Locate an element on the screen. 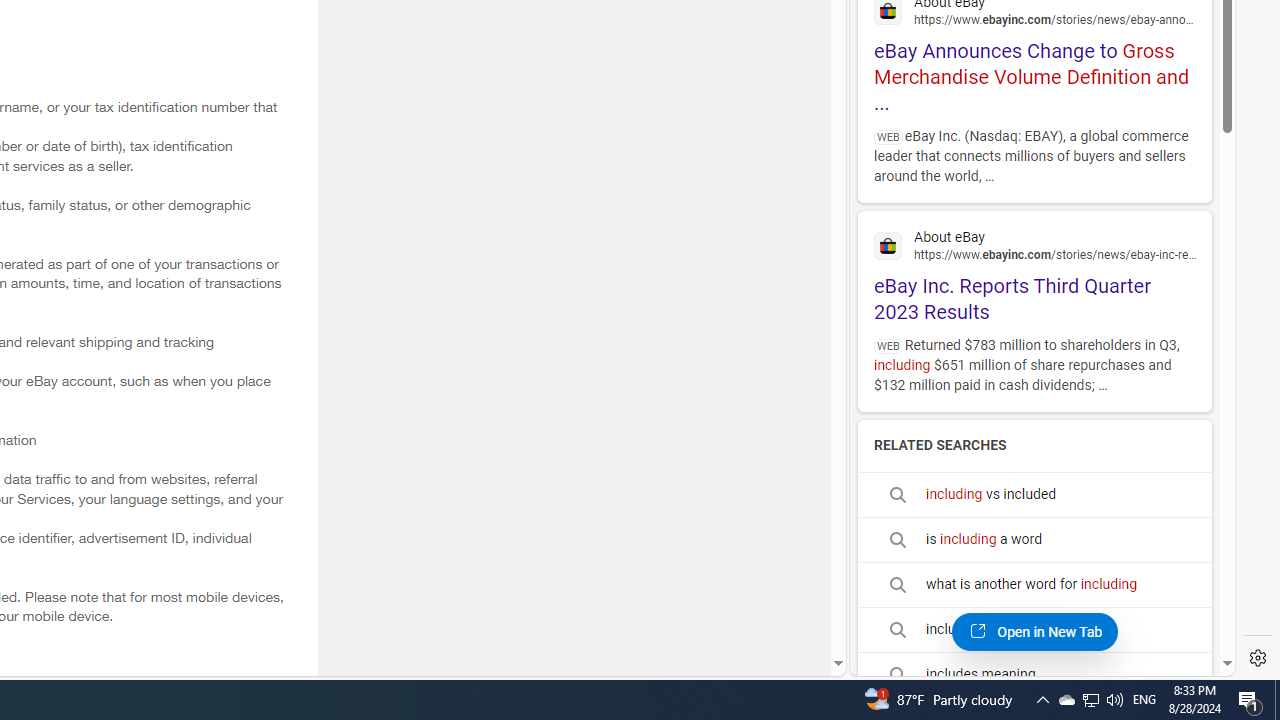 The height and width of the screenshot is (720, 1280). 'includes synonym' is located at coordinates (1034, 630).